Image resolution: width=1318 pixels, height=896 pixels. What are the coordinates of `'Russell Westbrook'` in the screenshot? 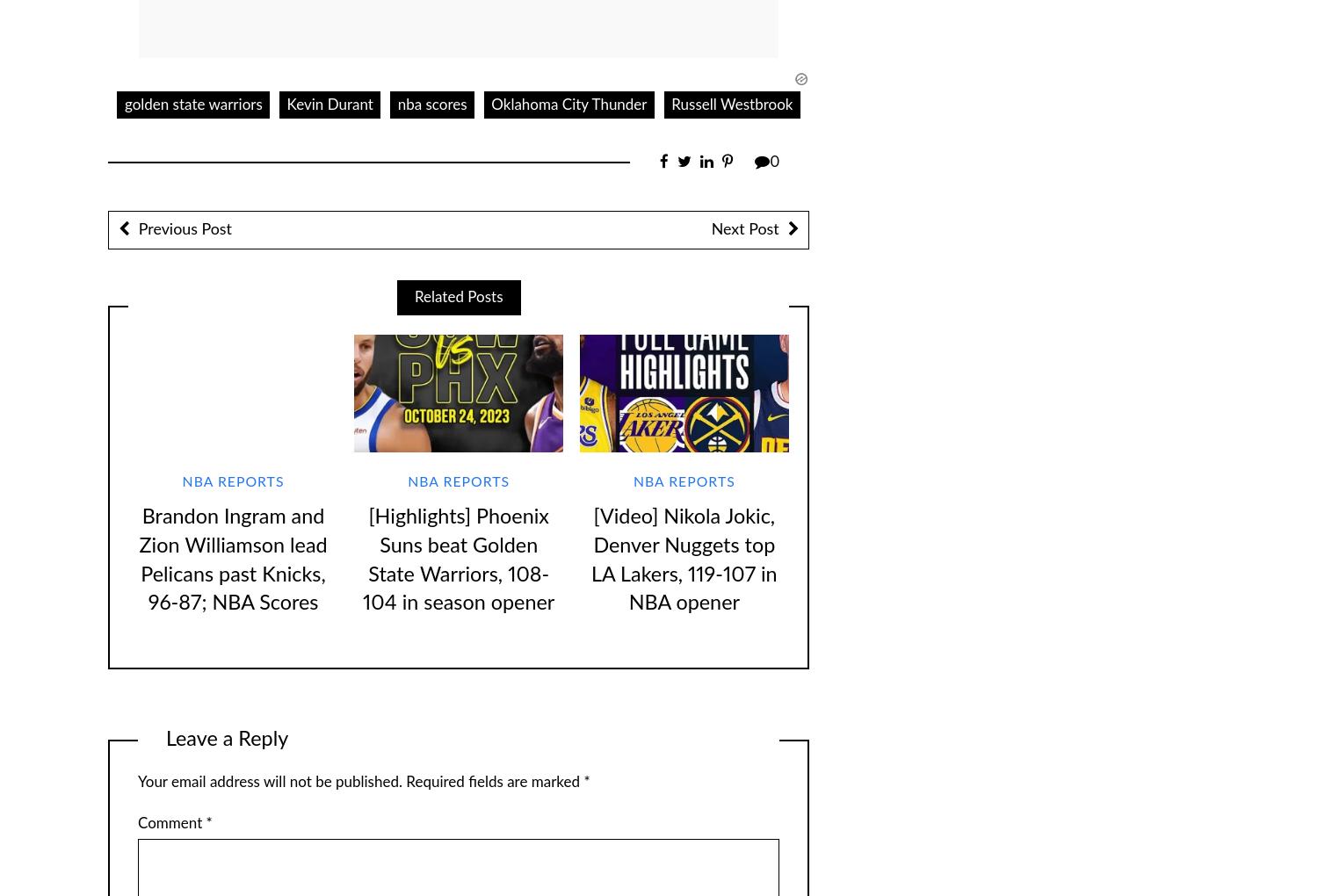 It's located at (730, 103).